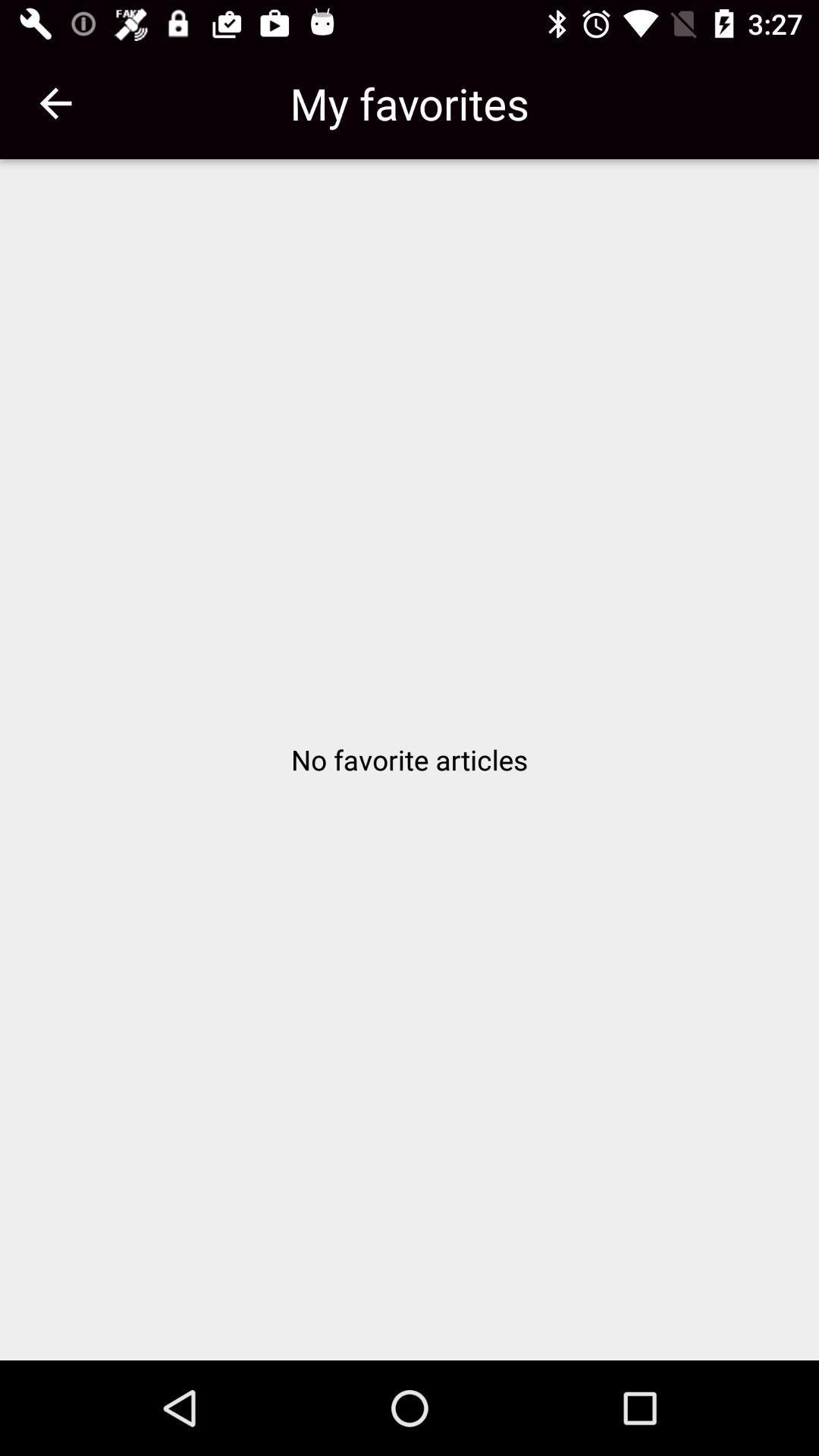  I want to click on the item at the top left corner, so click(55, 102).